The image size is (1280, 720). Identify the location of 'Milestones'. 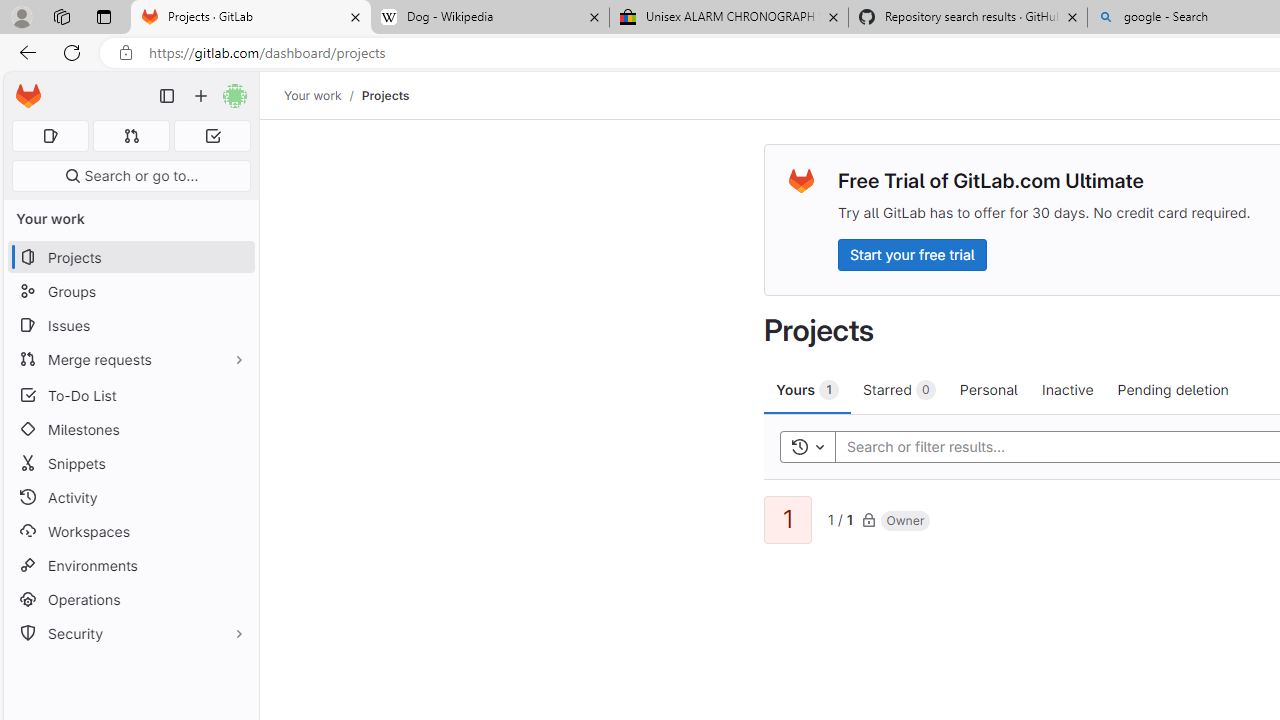
(130, 428).